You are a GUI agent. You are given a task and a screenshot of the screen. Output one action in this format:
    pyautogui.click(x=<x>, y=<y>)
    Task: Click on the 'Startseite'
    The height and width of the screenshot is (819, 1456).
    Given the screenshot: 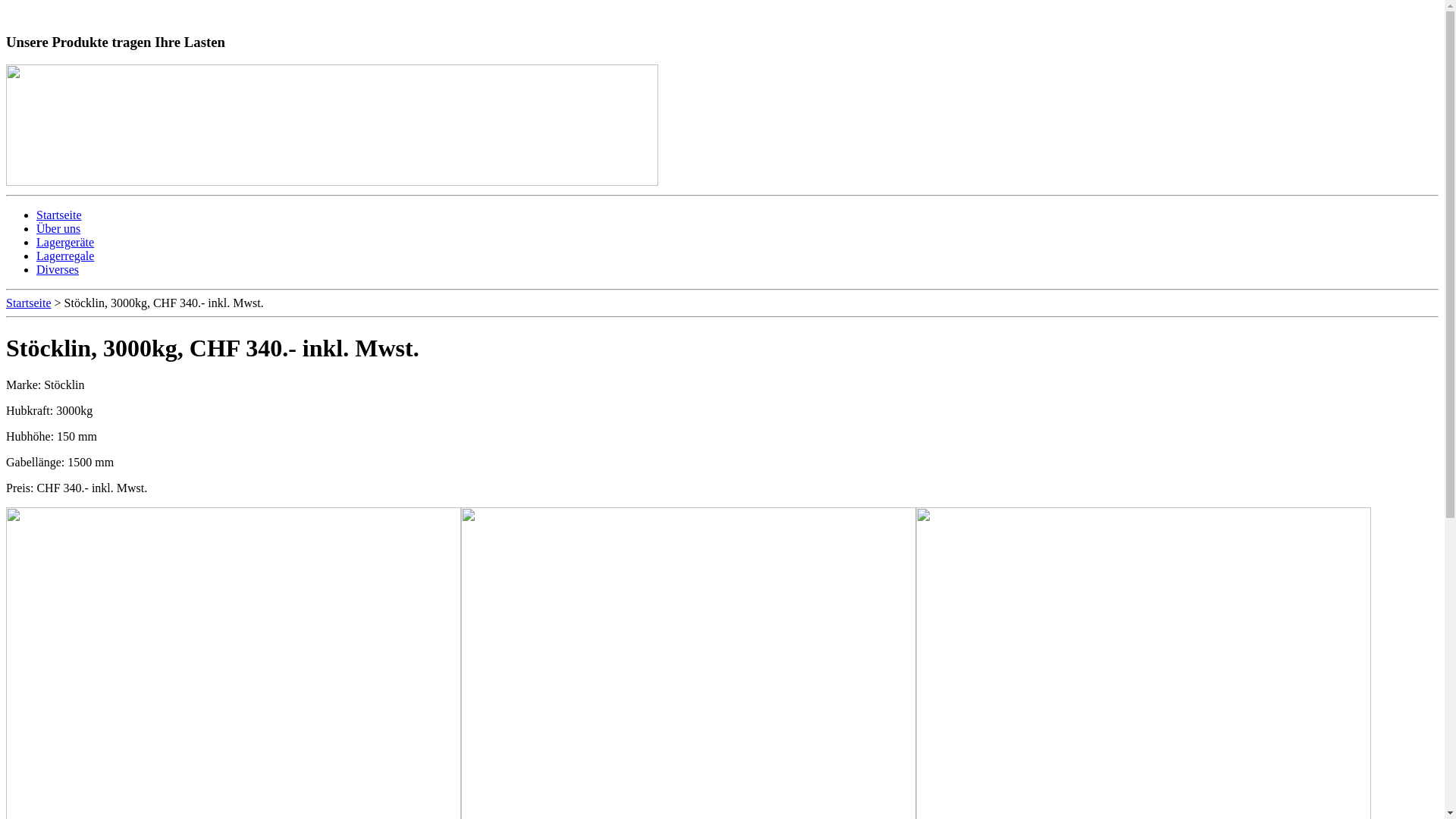 What is the action you would take?
    pyautogui.click(x=58, y=215)
    